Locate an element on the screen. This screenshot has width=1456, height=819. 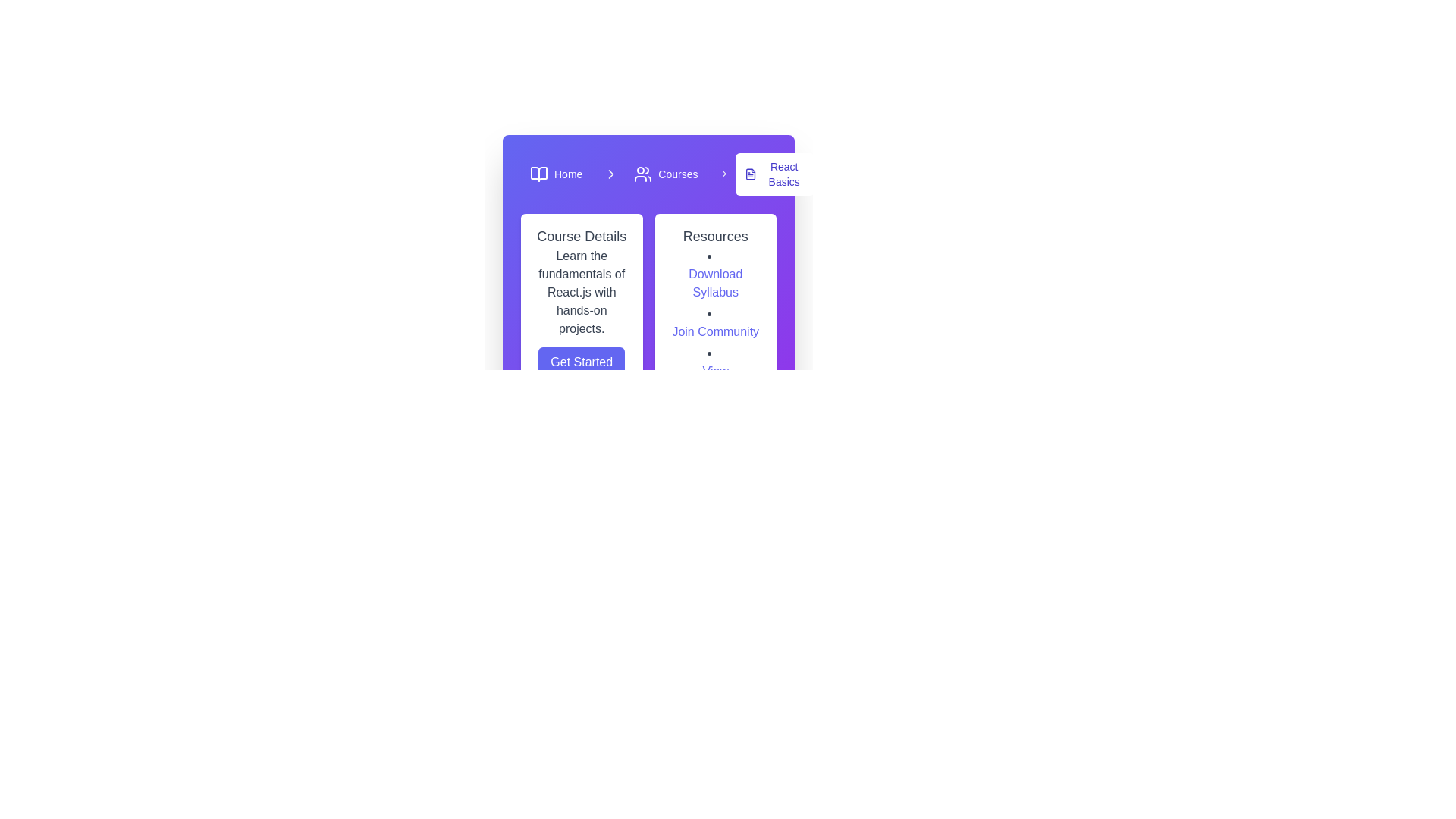
the first right-pointing chevron icon in the breadcrumb navigation bar, which is light gray against a purple background, located between 'Home' and 'Courses' is located at coordinates (611, 174).